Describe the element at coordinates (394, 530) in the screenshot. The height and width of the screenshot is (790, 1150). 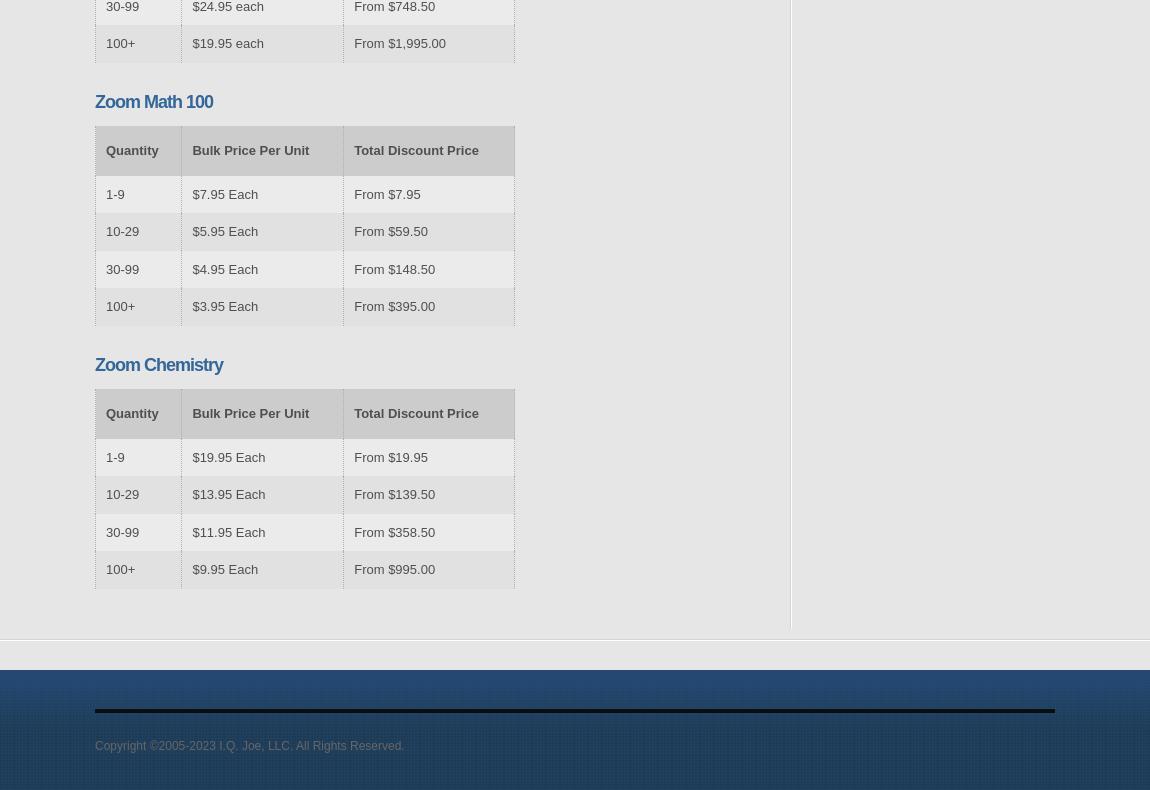
I see `'From $358.50'` at that location.